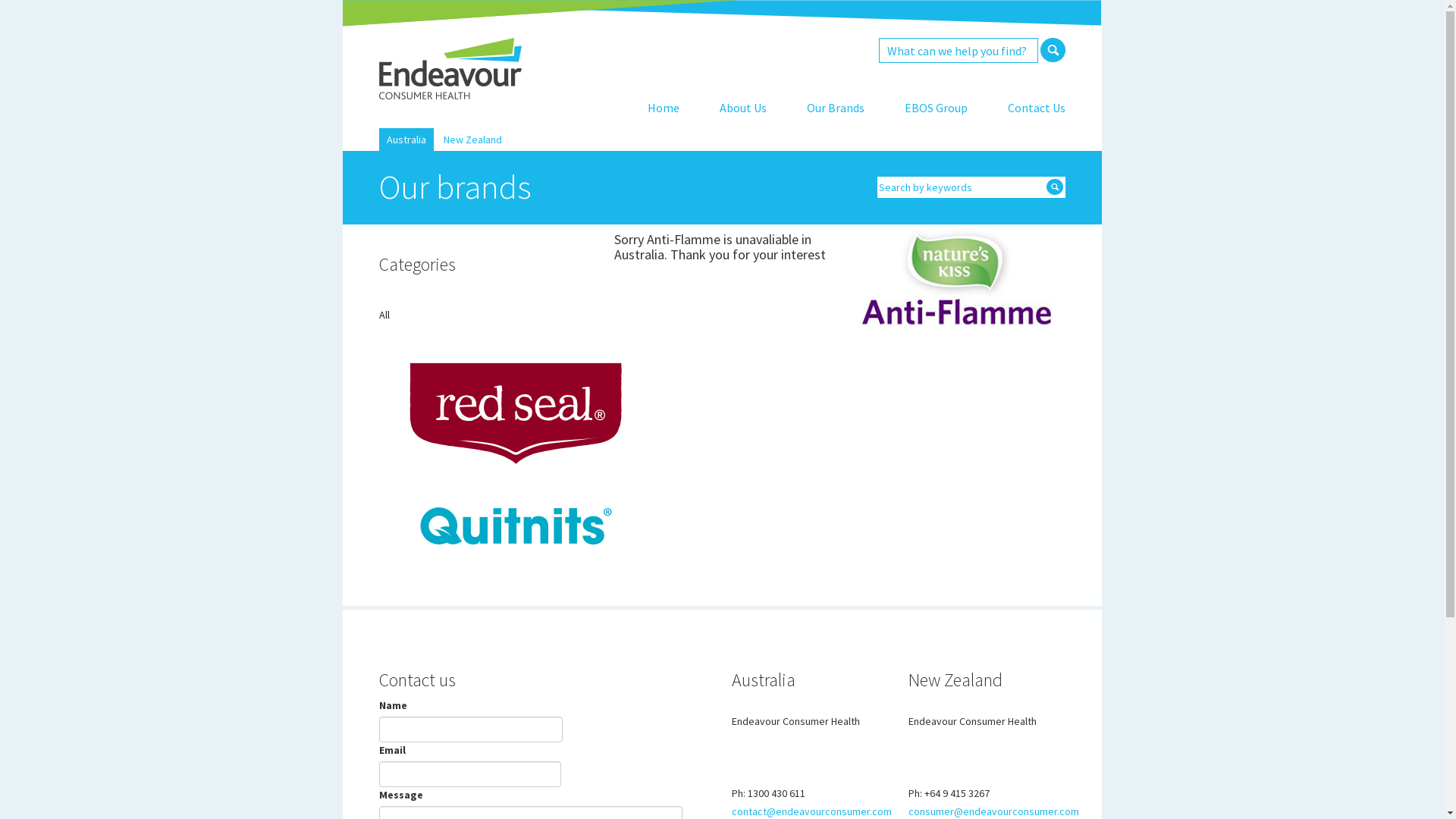 The image size is (1456, 819). I want to click on 'About Us', so click(742, 107).